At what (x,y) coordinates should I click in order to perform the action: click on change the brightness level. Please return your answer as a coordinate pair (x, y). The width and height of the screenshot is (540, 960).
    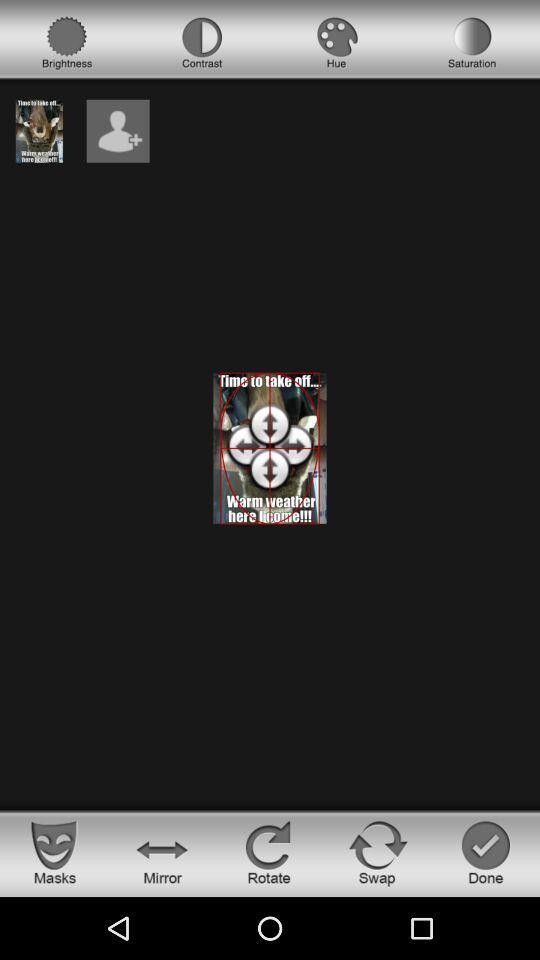
    Looking at the image, I should click on (67, 42).